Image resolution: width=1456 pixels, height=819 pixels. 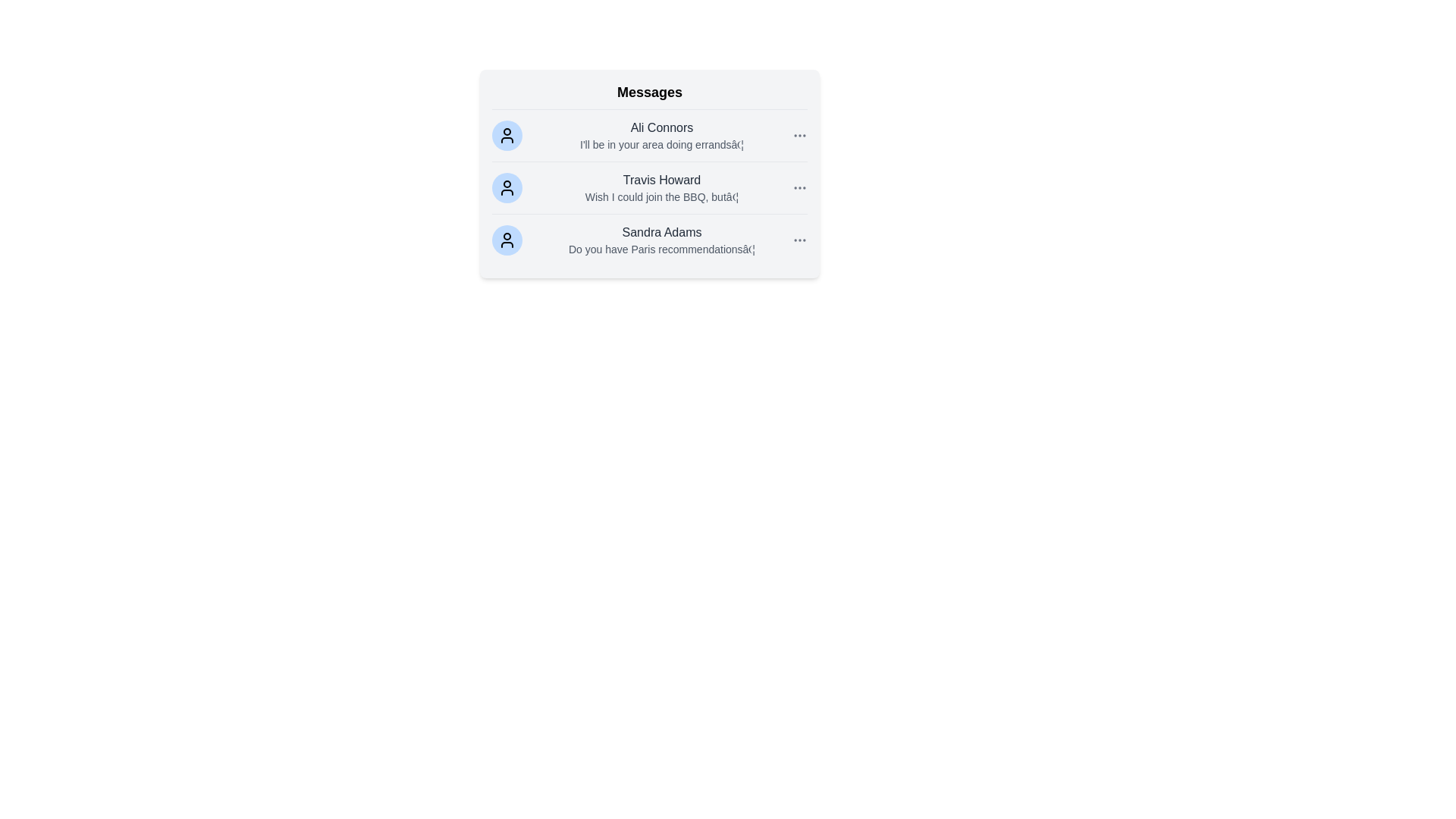 I want to click on the third message preview entry displaying the sender's name and message snippet, which is positioned below 'Ali Connors' and 'Travis Howard', so click(x=662, y=239).